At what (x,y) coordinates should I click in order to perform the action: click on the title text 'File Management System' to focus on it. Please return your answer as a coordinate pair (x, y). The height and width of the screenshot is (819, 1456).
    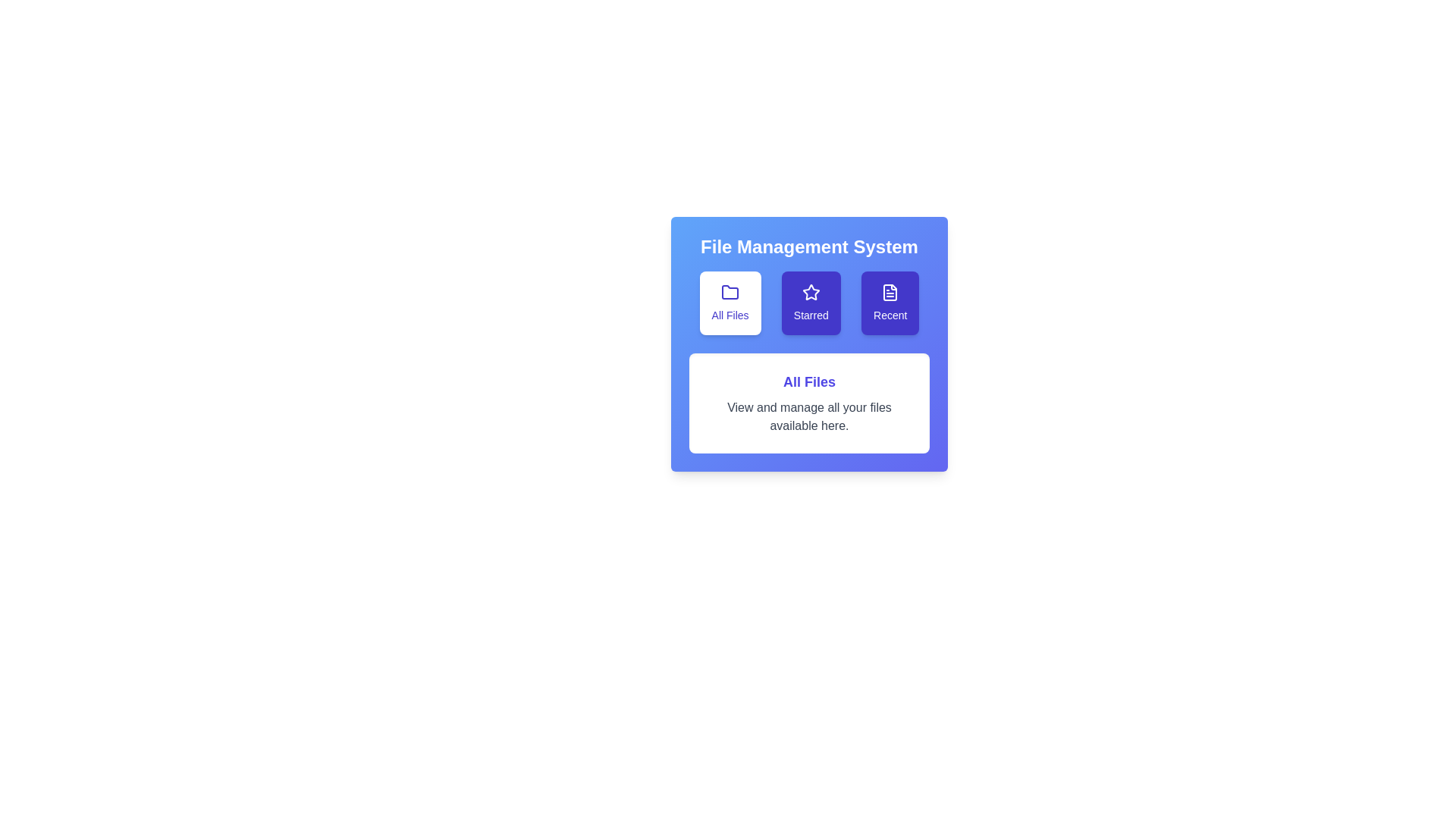
    Looking at the image, I should click on (808, 246).